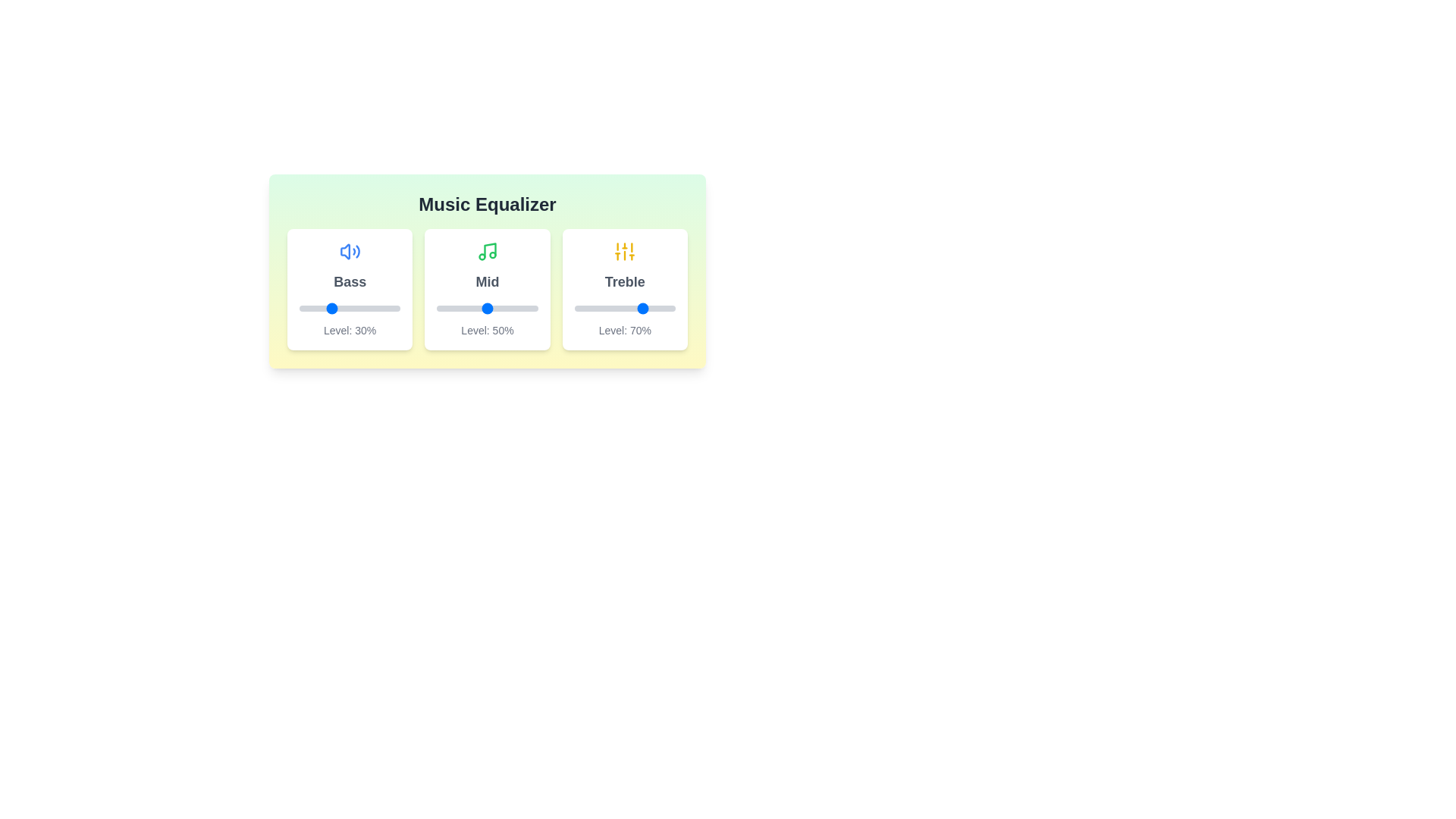  I want to click on the Treble slider to set its value to 94, so click(669, 308).